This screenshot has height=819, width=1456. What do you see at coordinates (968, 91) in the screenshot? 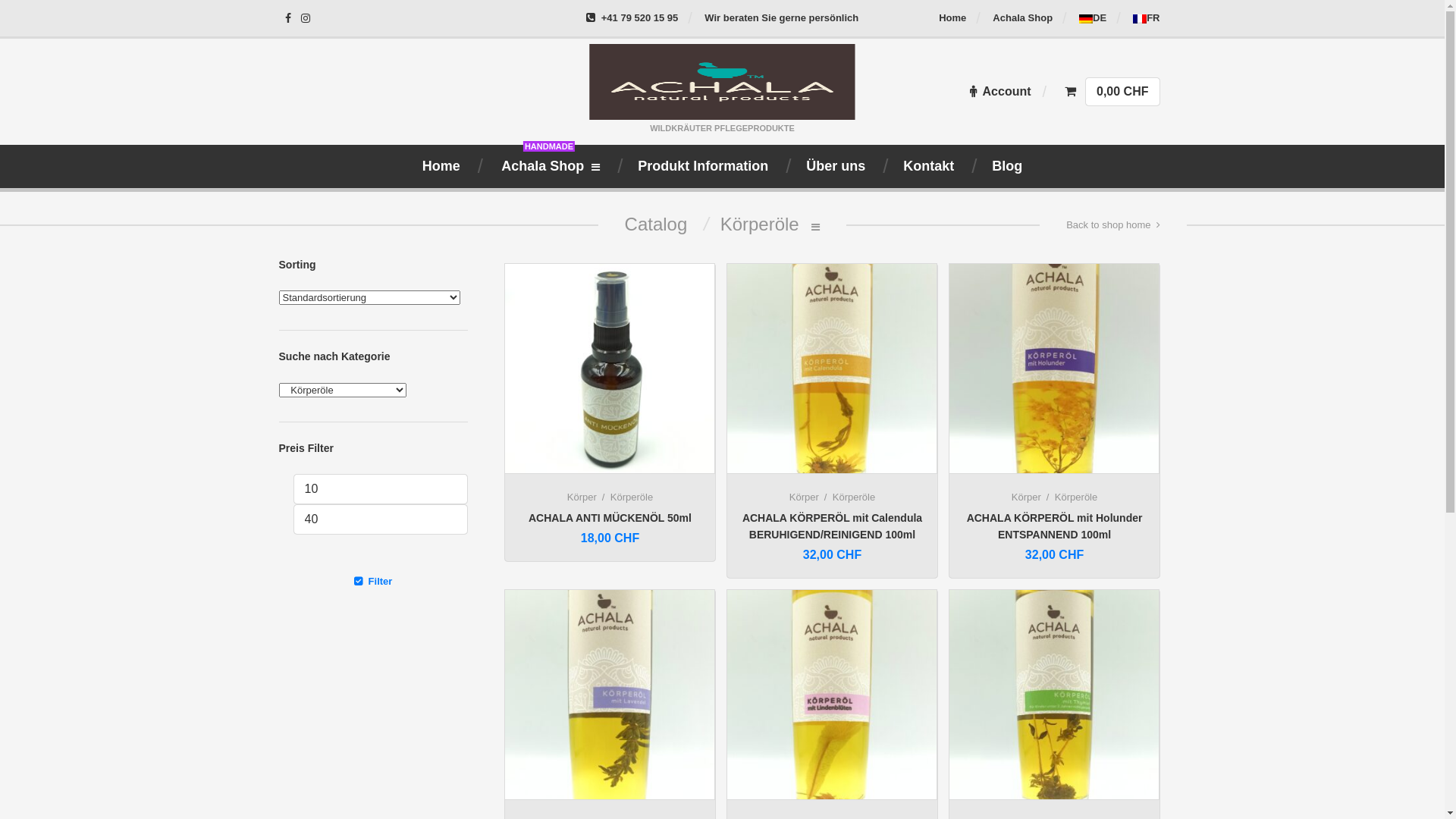
I see `'Account'` at bounding box center [968, 91].